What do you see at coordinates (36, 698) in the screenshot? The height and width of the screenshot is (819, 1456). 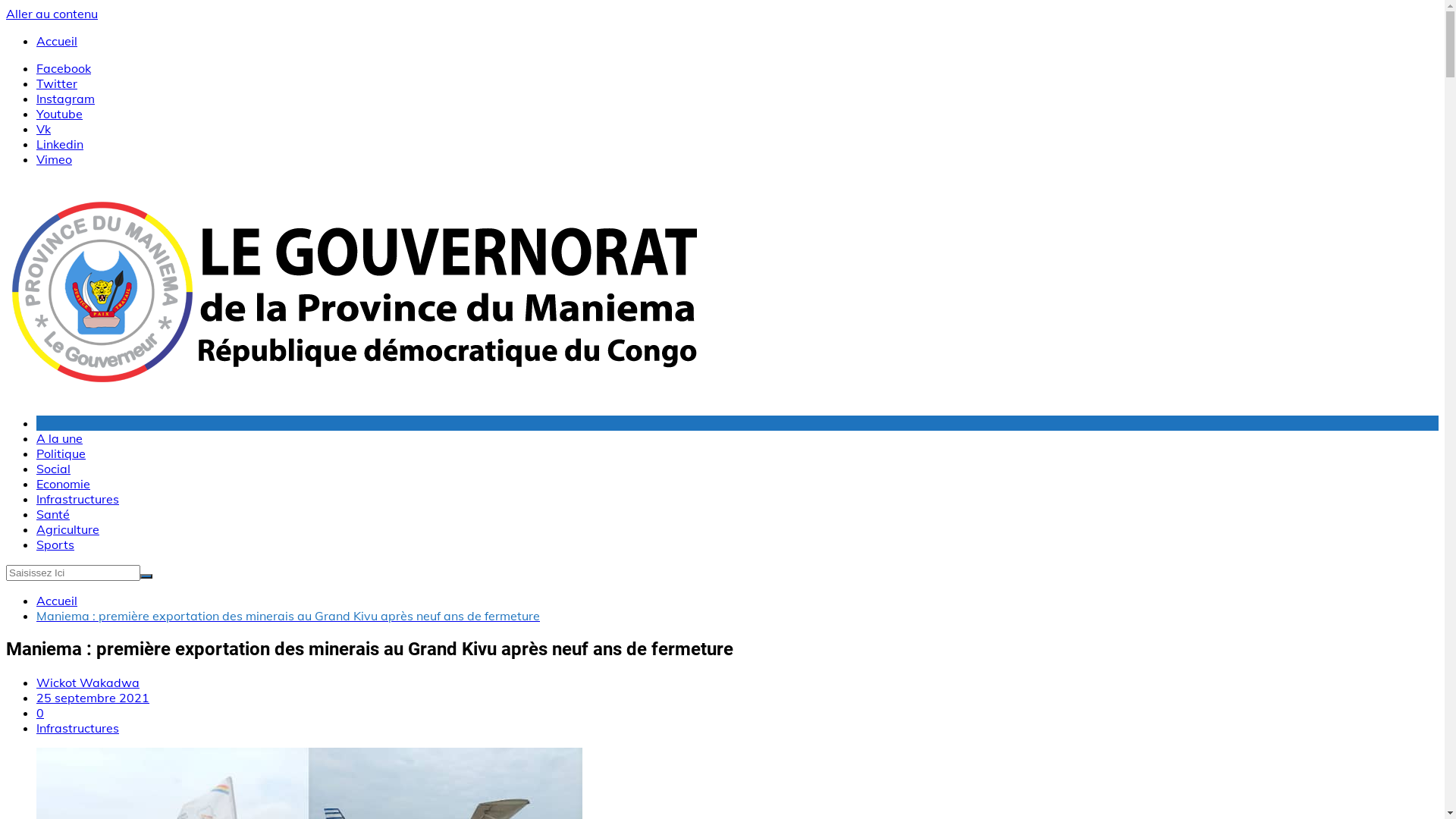 I see `'25 septembre 2021'` at bounding box center [36, 698].